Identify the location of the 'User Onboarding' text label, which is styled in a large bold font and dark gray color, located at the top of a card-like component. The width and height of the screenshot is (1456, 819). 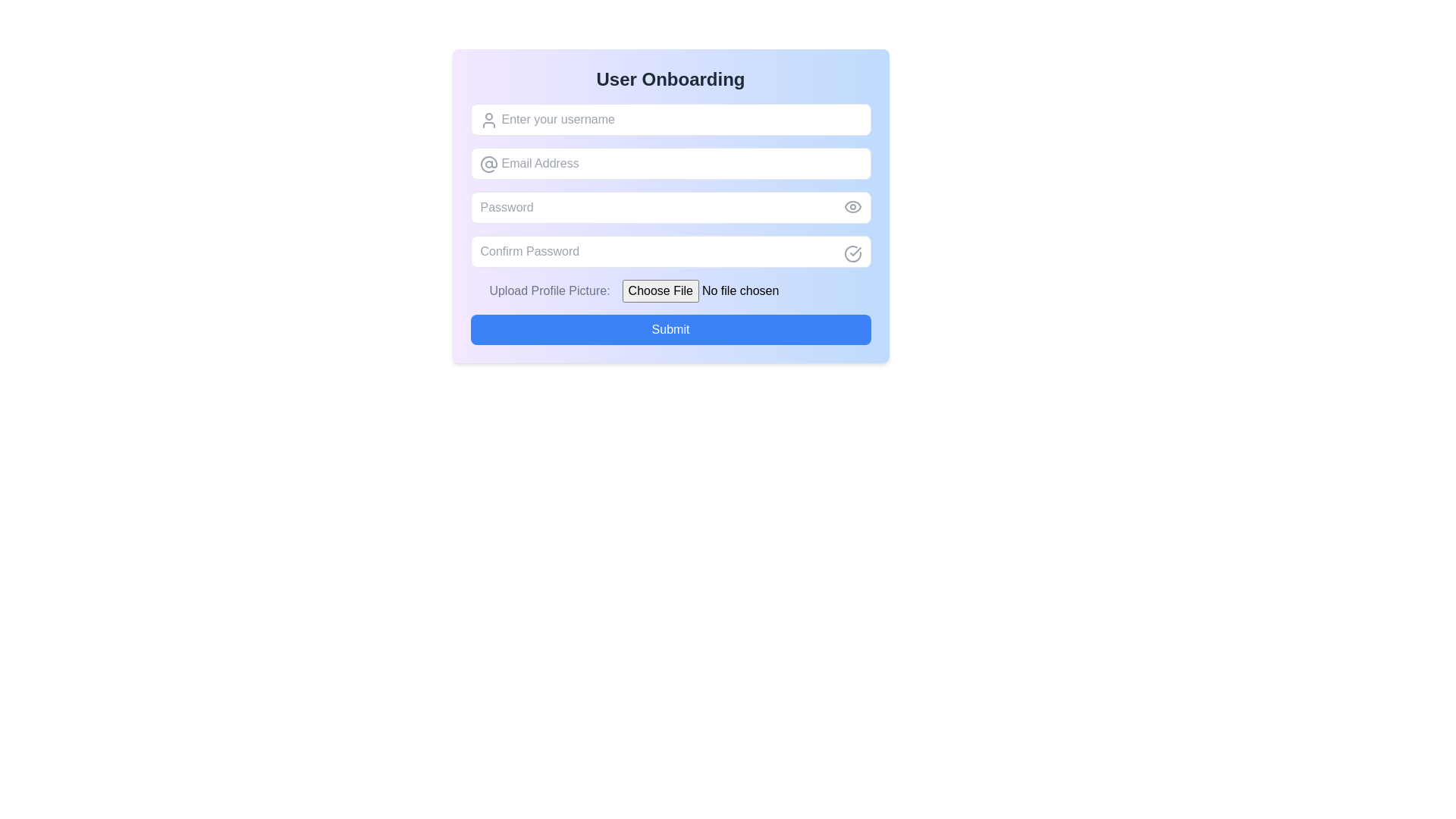
(670, 79).